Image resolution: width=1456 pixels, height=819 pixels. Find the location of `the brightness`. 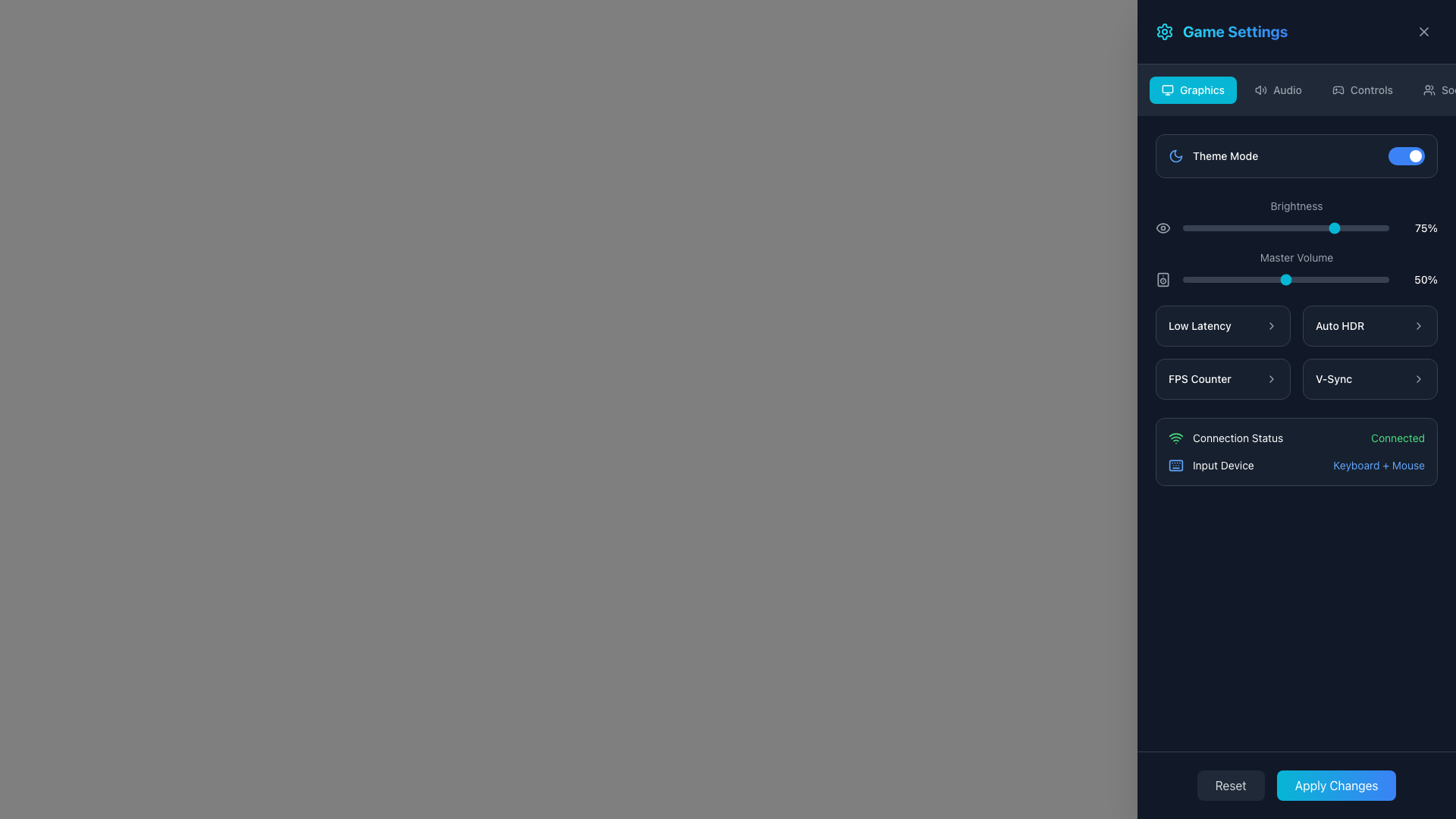

the brightness is located at coordinates (1348, 227).